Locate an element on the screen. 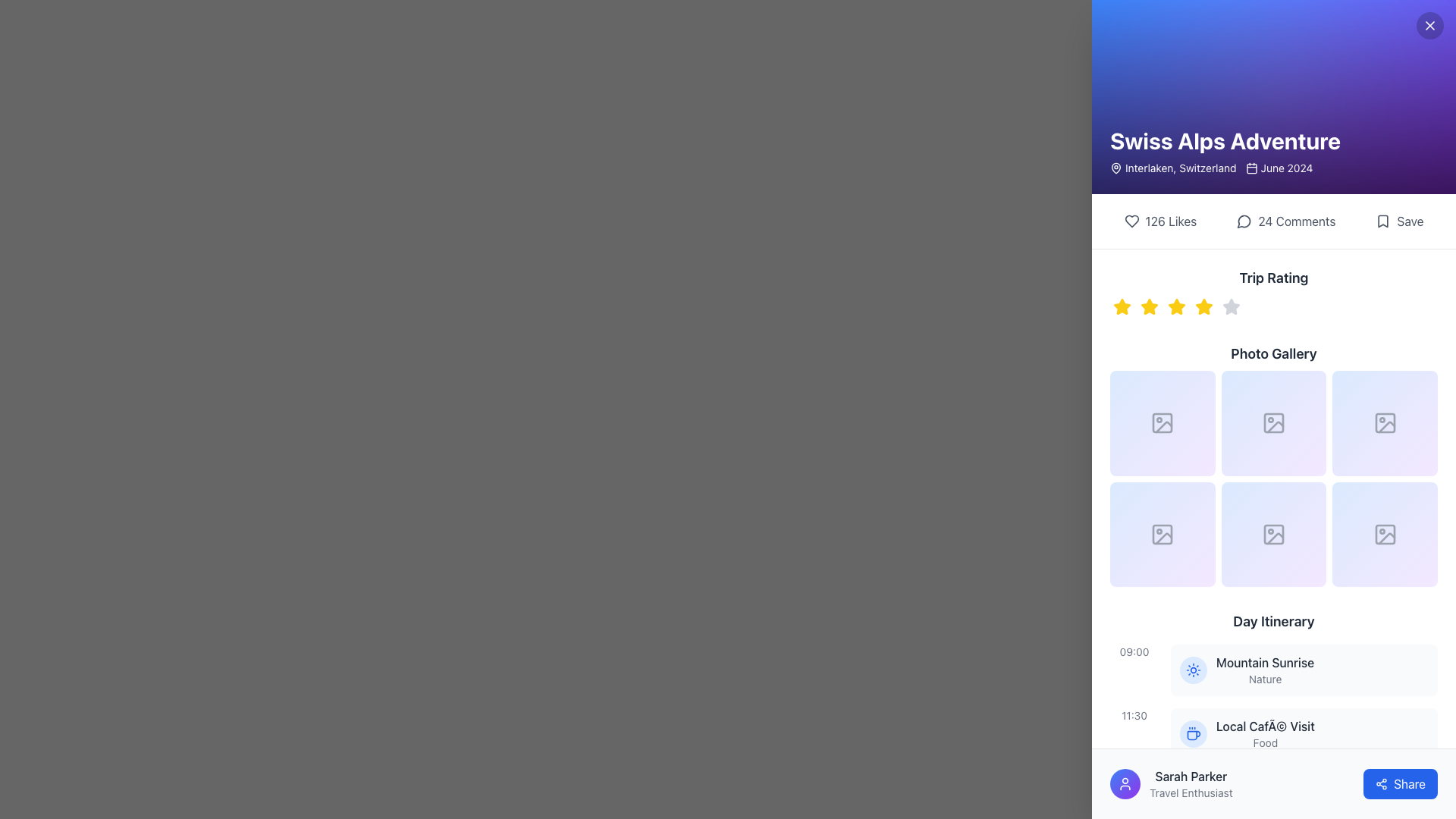 The height and width of the screenshot is (819, 1456). the image icon placeholder in the 'Photo Gallery' section is located at coordinates (1274, 423).